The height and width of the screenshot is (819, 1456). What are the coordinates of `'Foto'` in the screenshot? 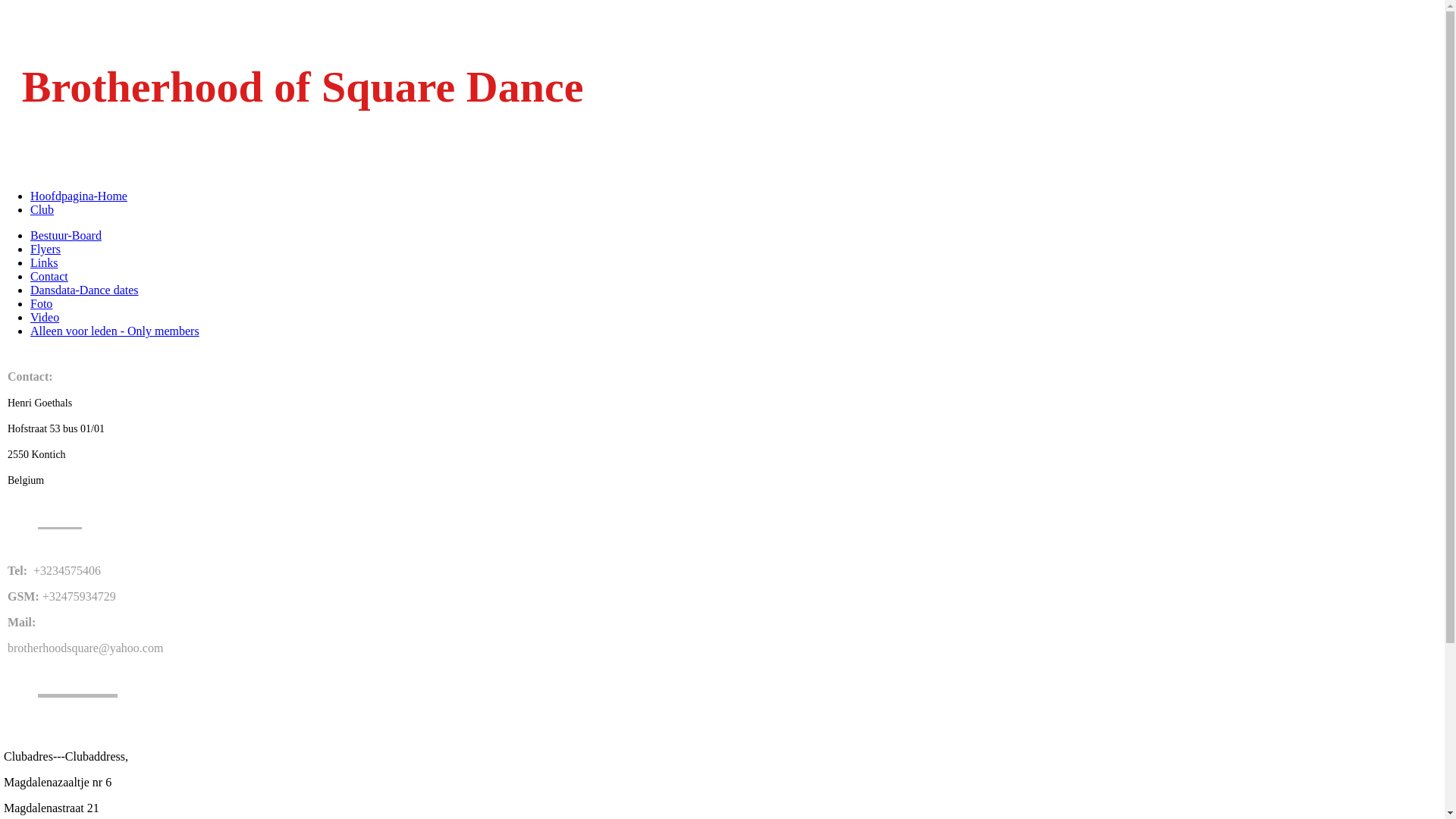 It's located at (41, 303).